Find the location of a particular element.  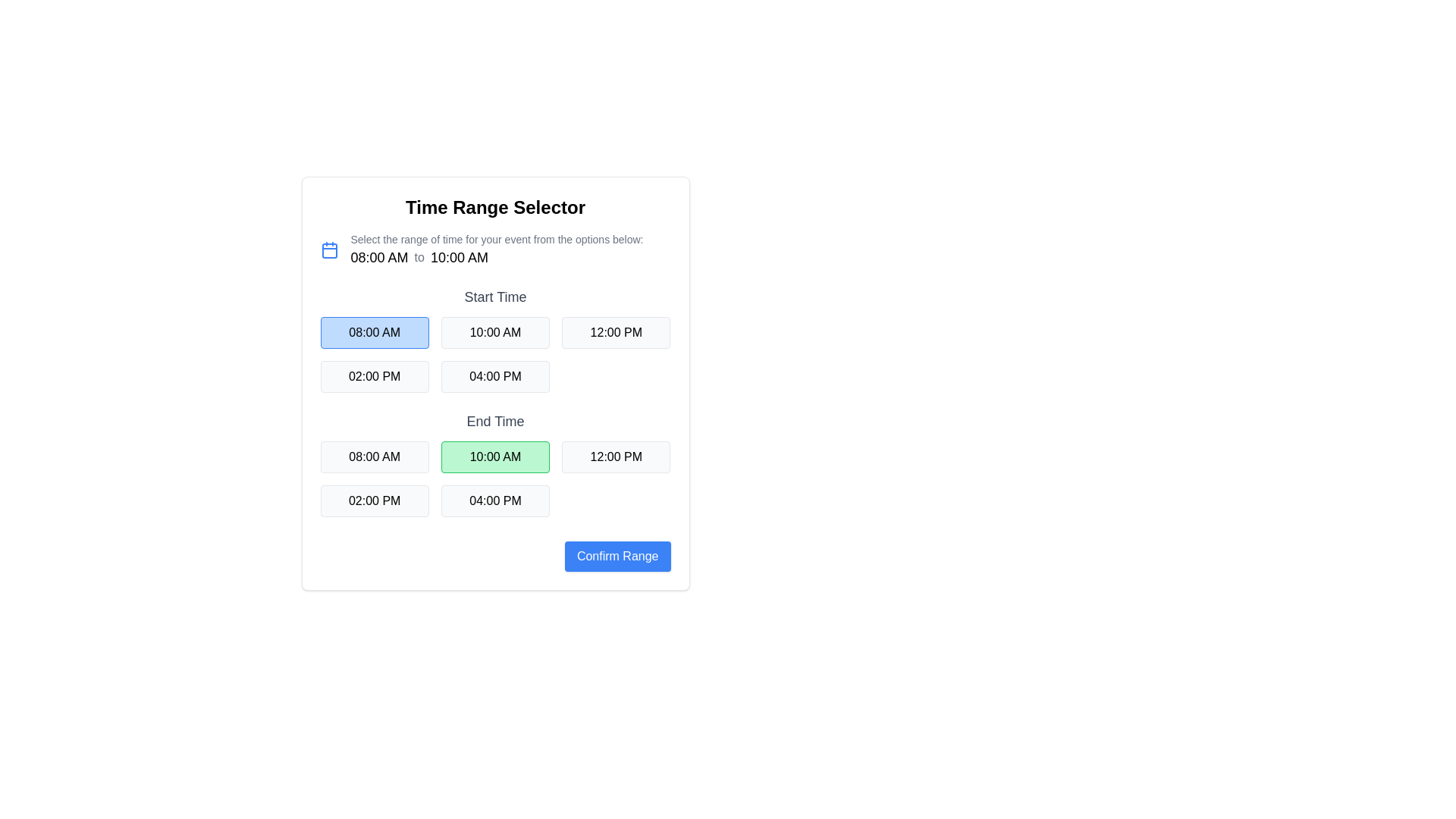

the button displaying '10:00 AM' under the 'Start Time' section to trigger the hover effect is located at coordinates (495, 338).